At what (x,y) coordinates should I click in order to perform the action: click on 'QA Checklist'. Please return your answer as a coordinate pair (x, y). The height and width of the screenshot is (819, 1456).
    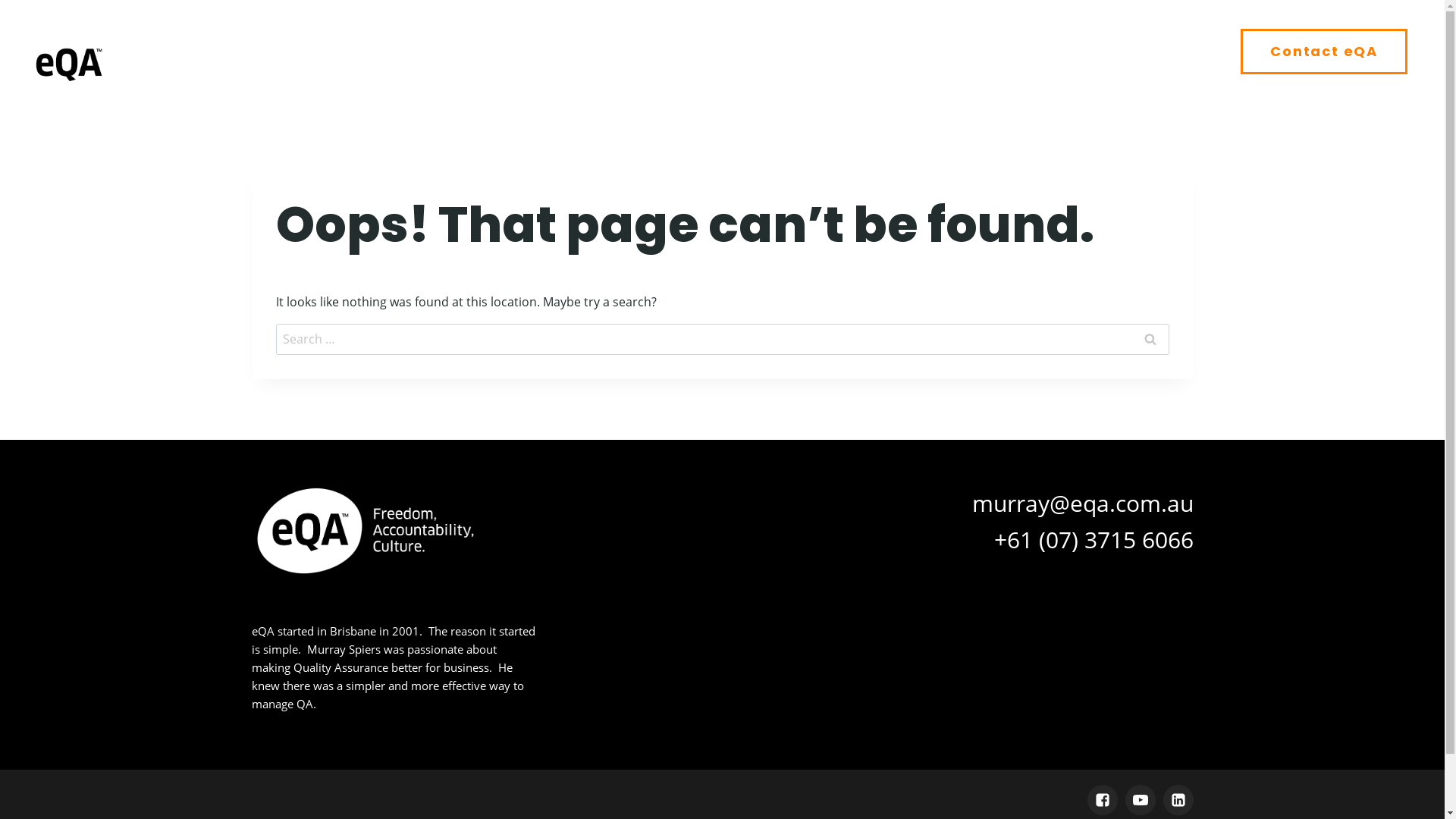
    Looking at the image, I should click on (786, 51).